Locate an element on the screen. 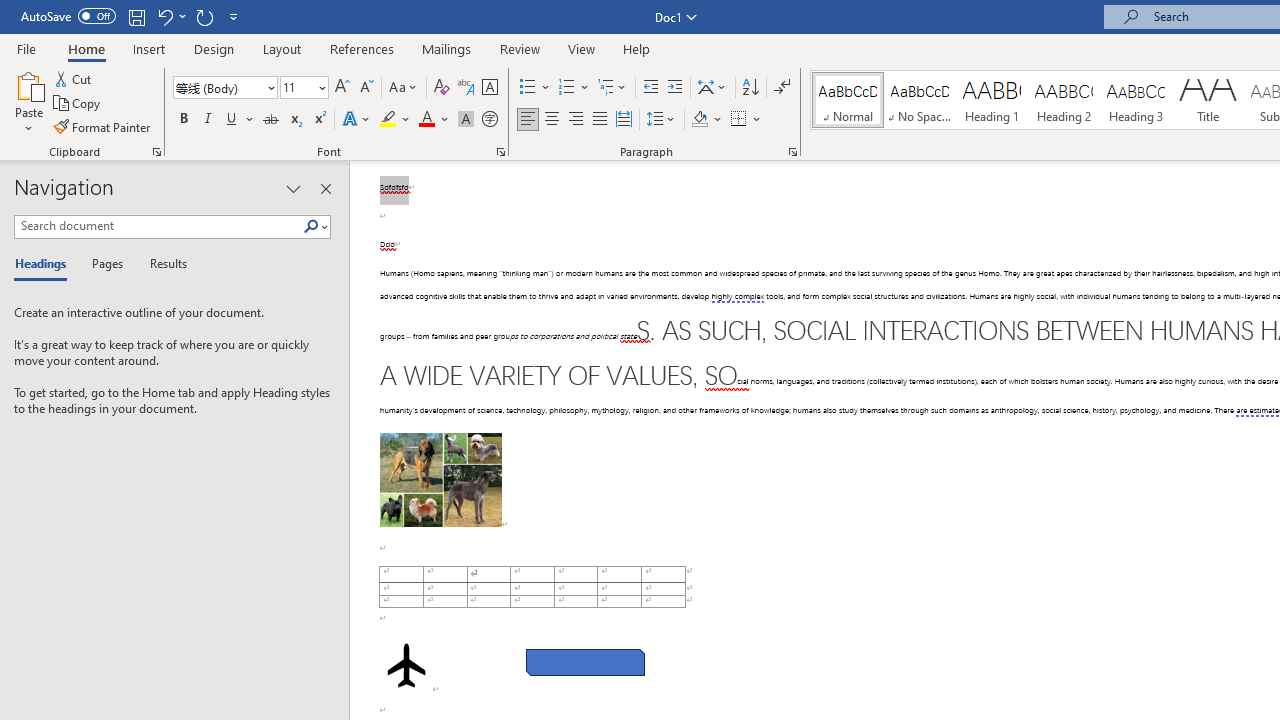 The height and width of the screenshot is (720, 1280). 'Title' is located at coordinates (1207, 100).